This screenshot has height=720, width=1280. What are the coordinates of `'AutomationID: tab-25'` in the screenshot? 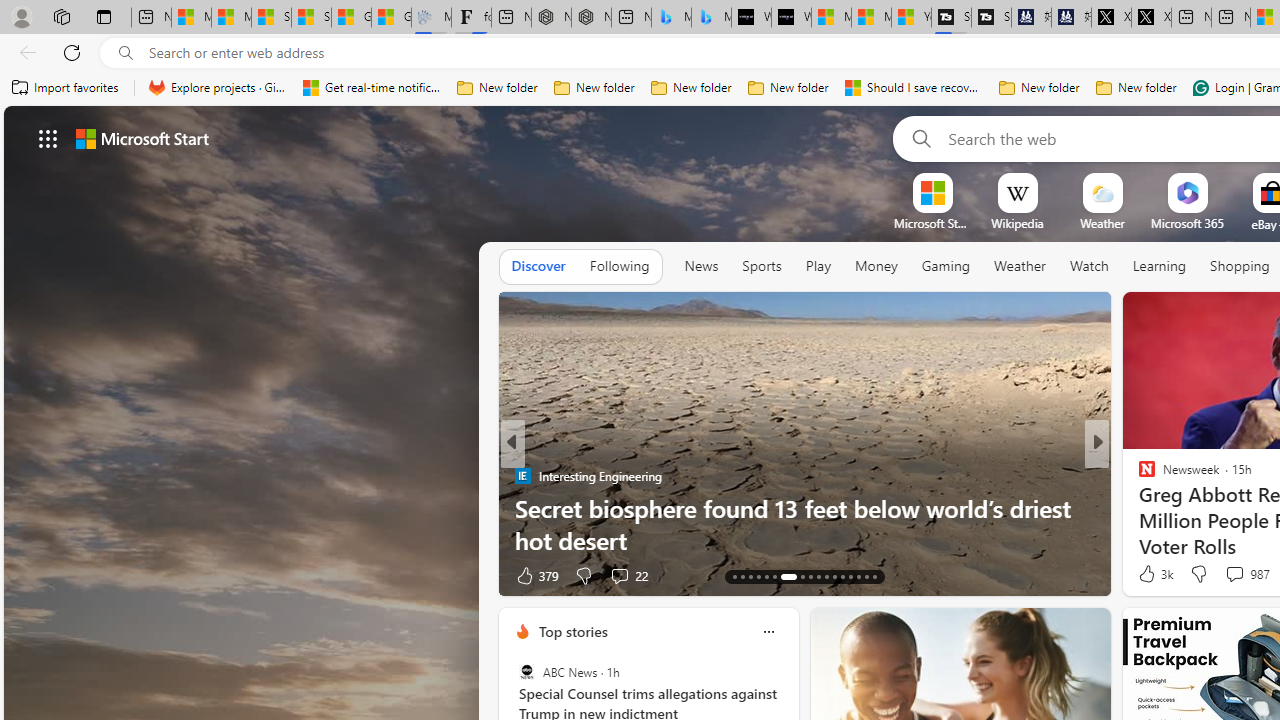 It's located at (842, 577).